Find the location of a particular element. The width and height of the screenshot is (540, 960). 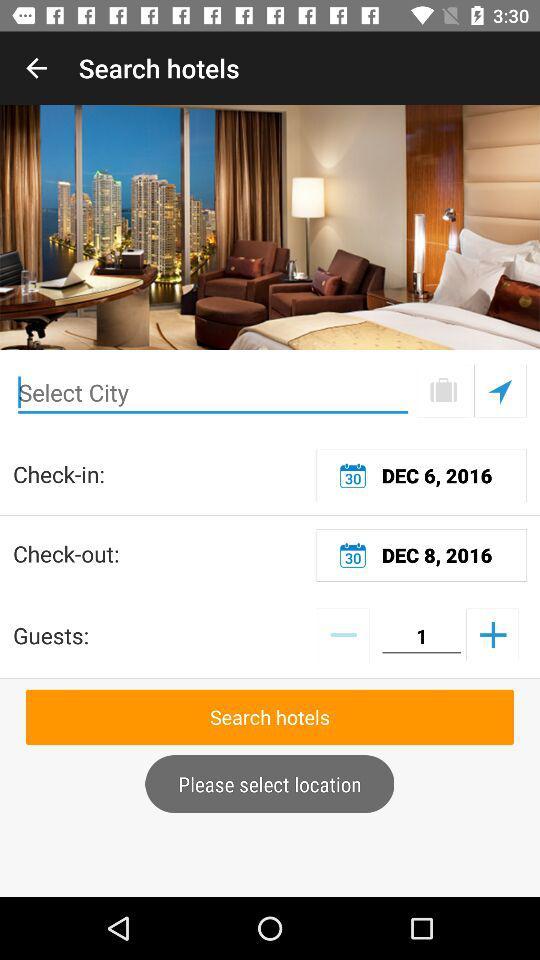

number of guests is located at coordinates (491, 633).